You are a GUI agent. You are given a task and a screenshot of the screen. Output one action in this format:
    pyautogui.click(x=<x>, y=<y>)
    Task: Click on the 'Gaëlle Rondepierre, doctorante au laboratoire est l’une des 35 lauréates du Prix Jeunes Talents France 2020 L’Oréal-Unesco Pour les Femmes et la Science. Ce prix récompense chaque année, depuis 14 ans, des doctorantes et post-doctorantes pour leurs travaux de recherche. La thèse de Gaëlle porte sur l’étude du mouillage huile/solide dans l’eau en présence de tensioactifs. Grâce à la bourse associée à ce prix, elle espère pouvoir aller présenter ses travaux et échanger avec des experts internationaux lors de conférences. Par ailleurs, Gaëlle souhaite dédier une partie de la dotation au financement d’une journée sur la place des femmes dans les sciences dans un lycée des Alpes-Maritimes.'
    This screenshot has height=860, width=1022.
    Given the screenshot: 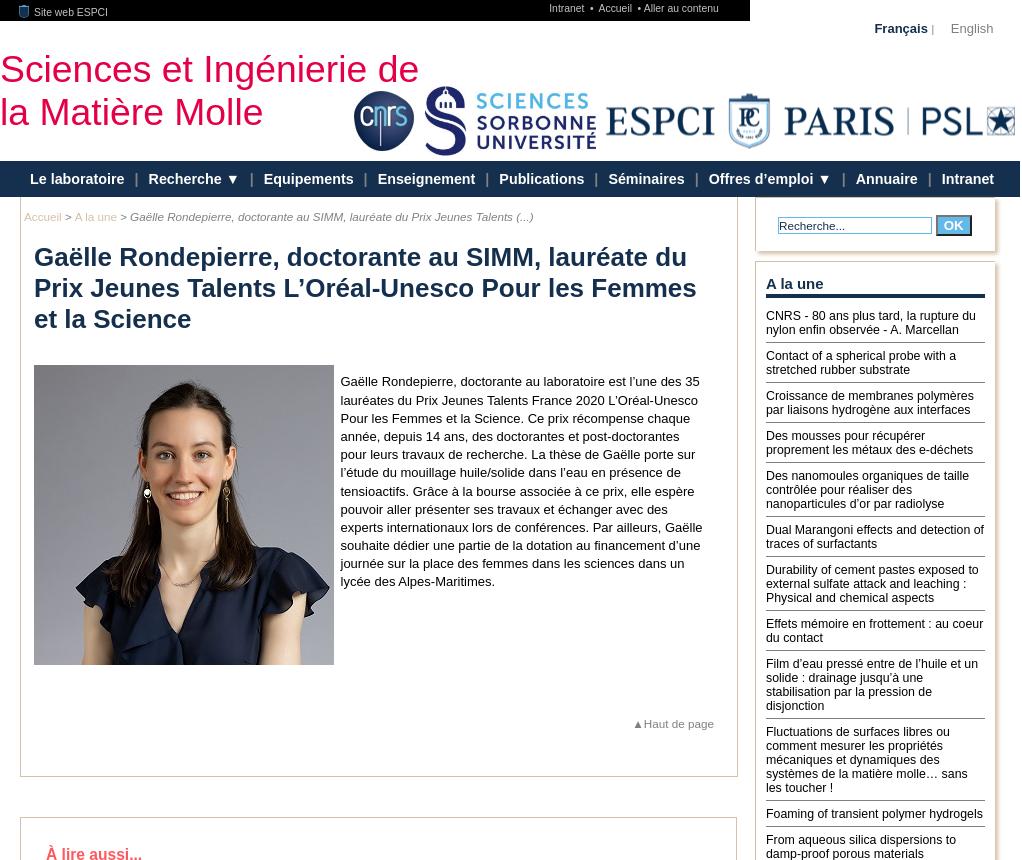 What is the action you would take?
    pyautogui.click(x=520, y=481)
    